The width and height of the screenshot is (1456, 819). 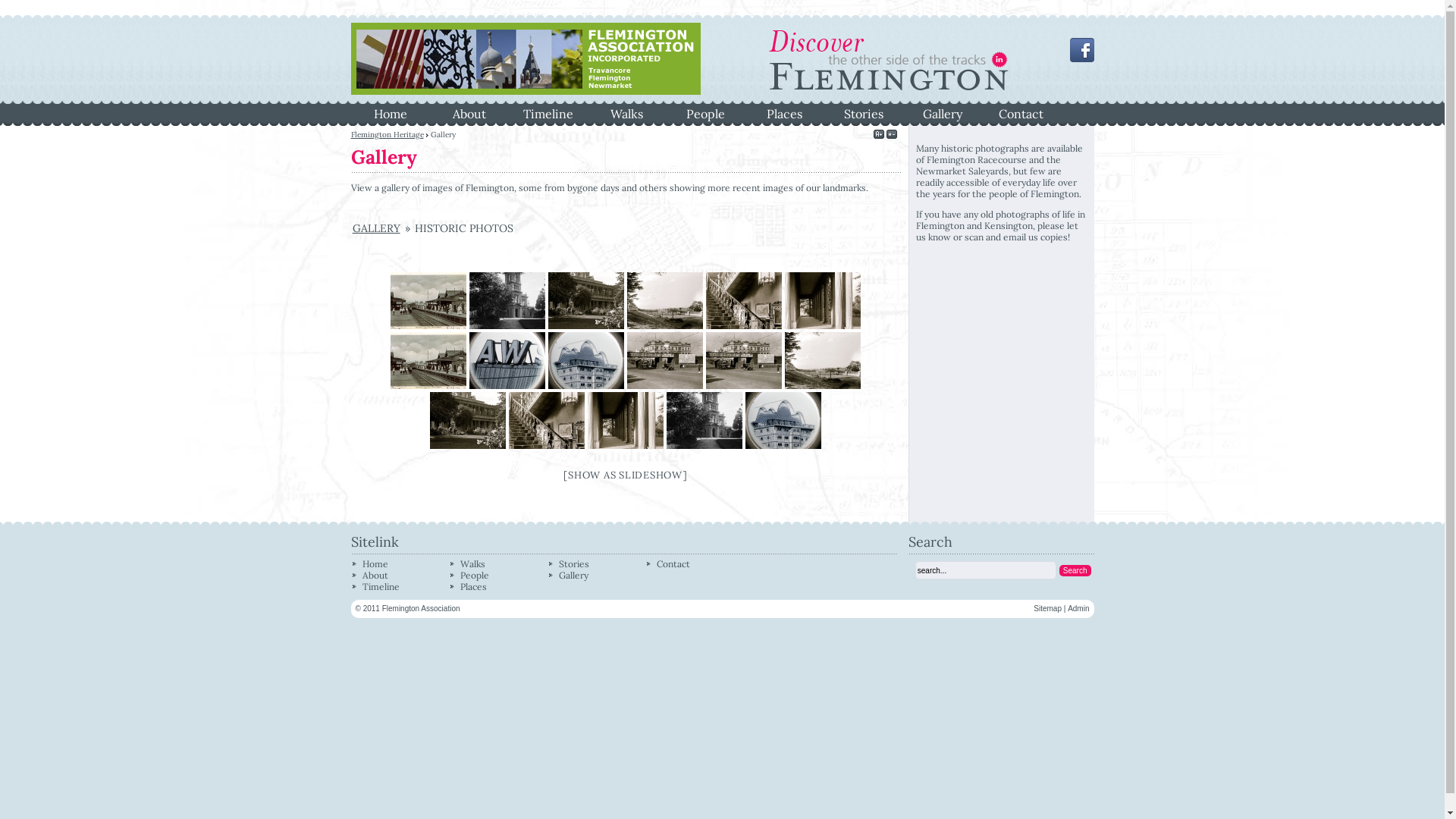 What do you see at coordinates (509, 420) in the screenshot?
I see `'HW15.3'` at bounding box center [509, 420].